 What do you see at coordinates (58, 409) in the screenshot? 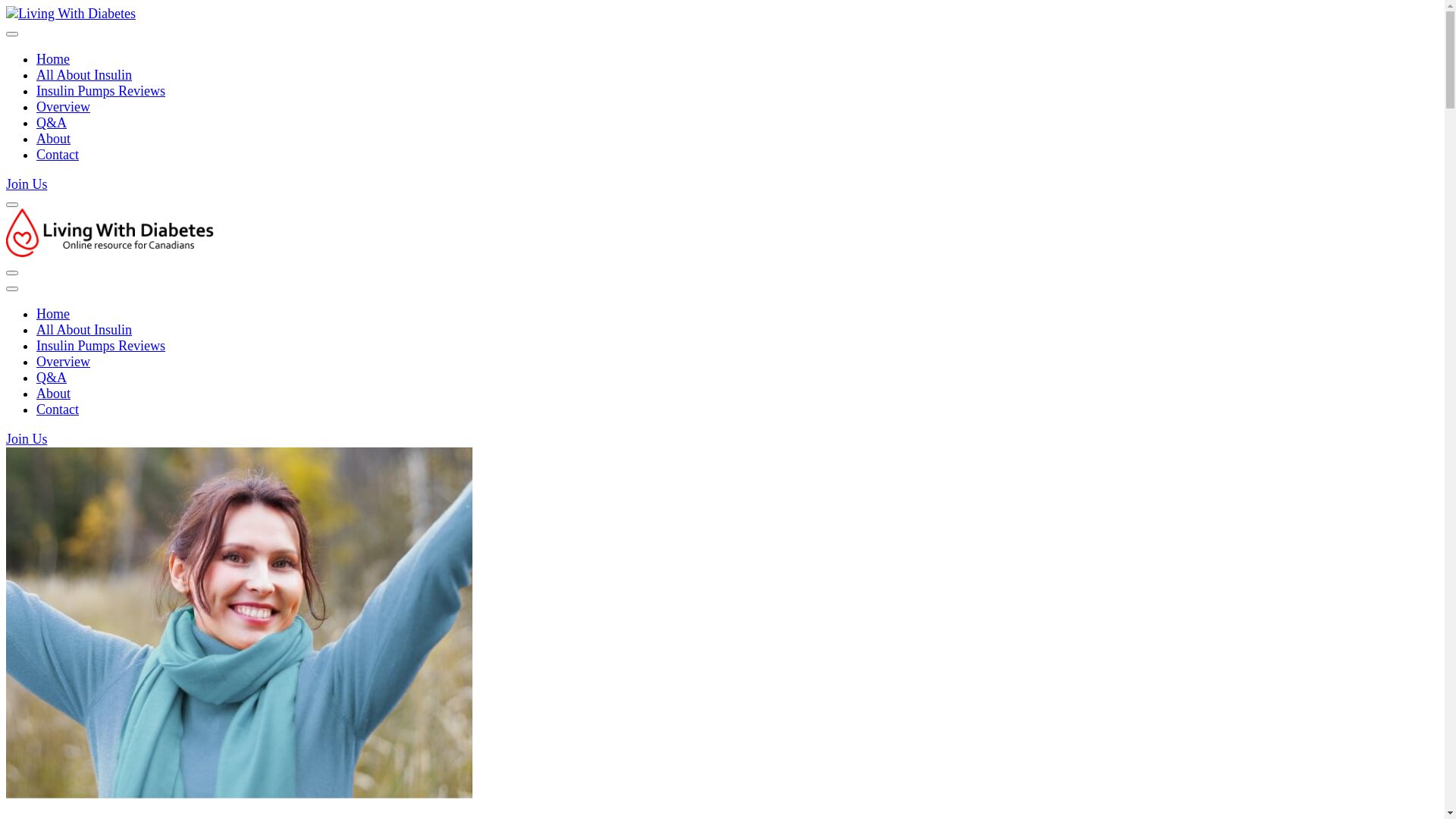
I see `'Contact'` at bounding box center [58, 409].